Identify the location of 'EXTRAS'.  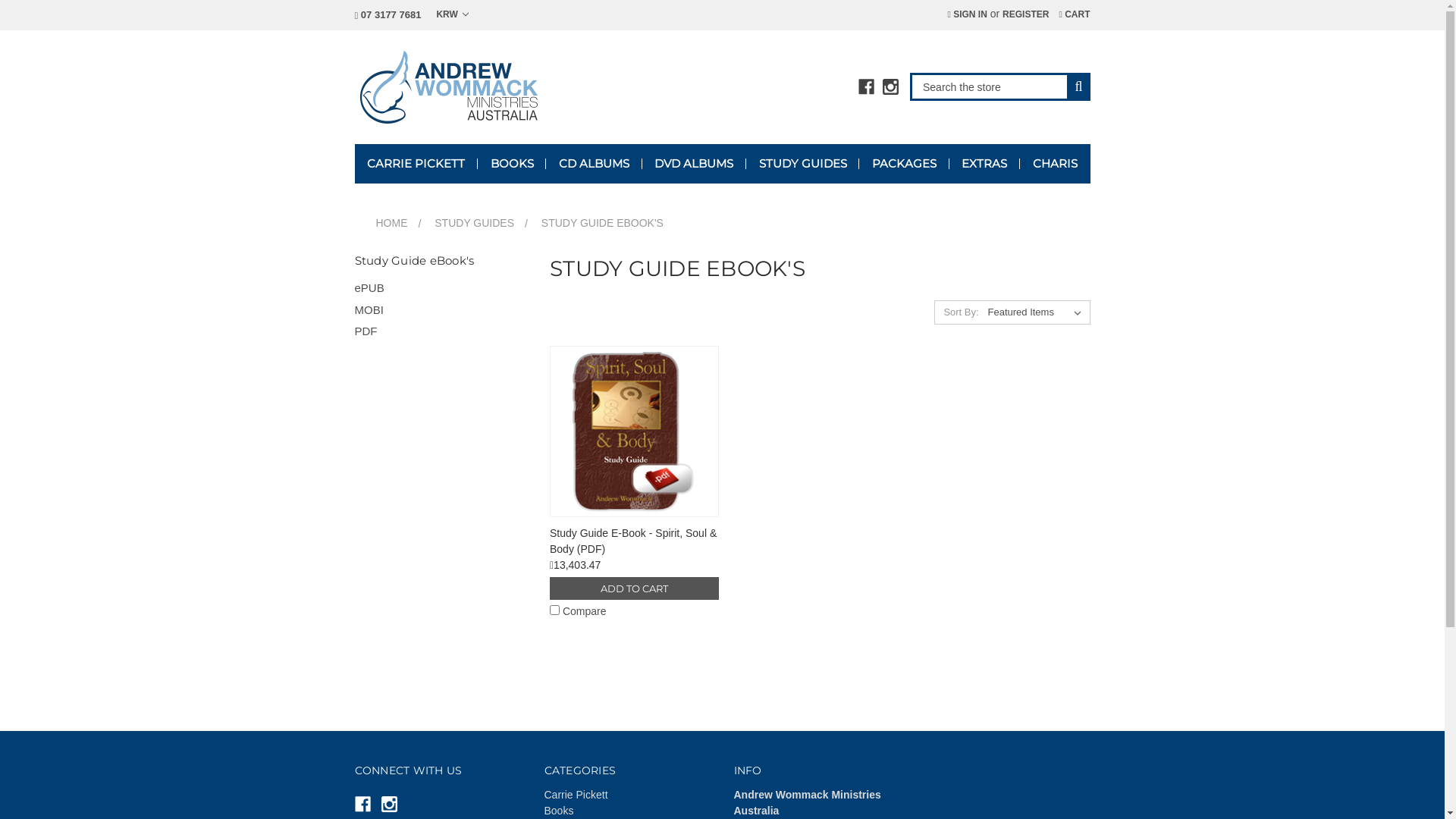
(984, 164).